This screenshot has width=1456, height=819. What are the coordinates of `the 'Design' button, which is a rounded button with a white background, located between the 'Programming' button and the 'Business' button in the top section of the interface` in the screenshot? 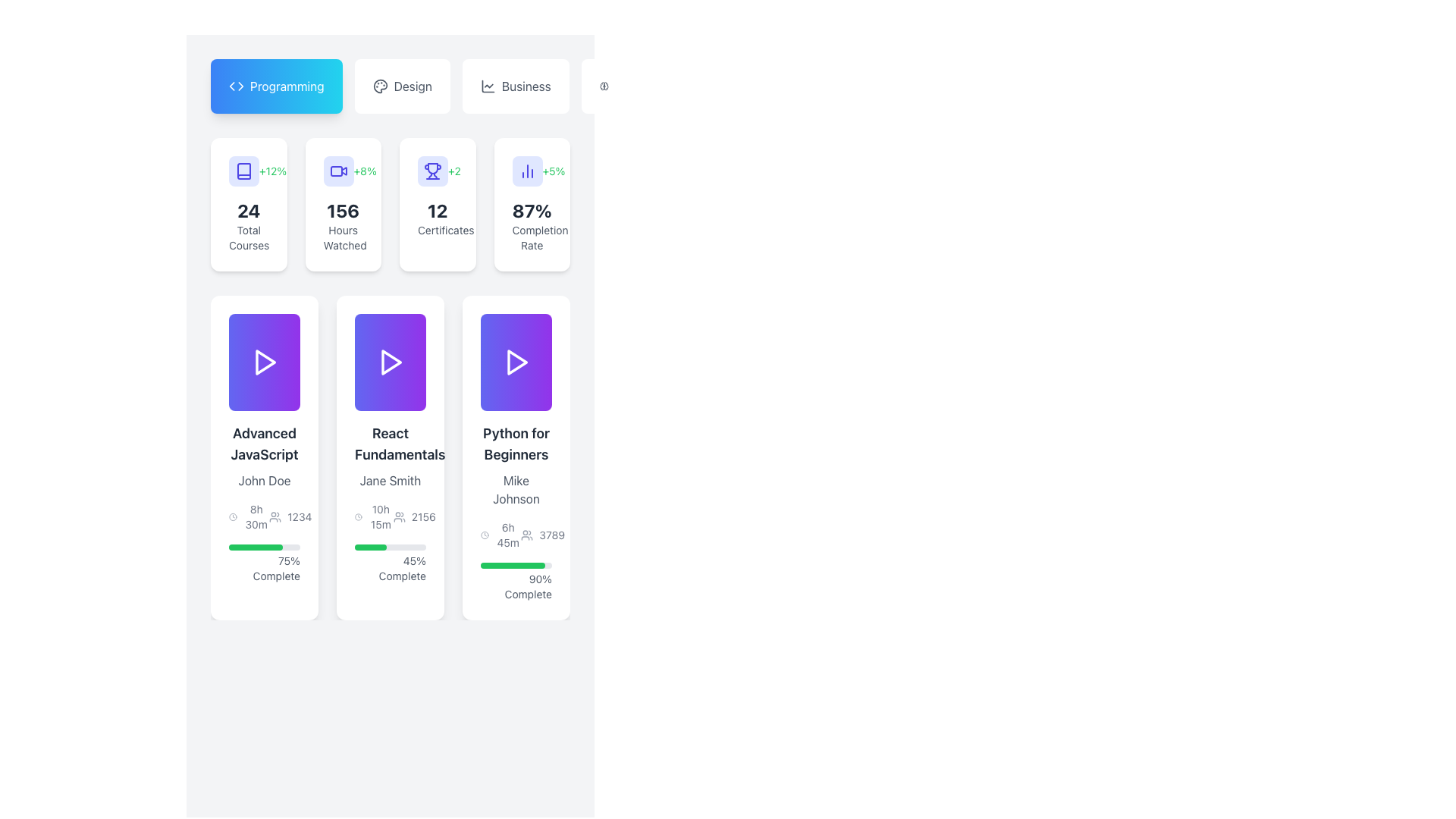 It's located at (402, 86).